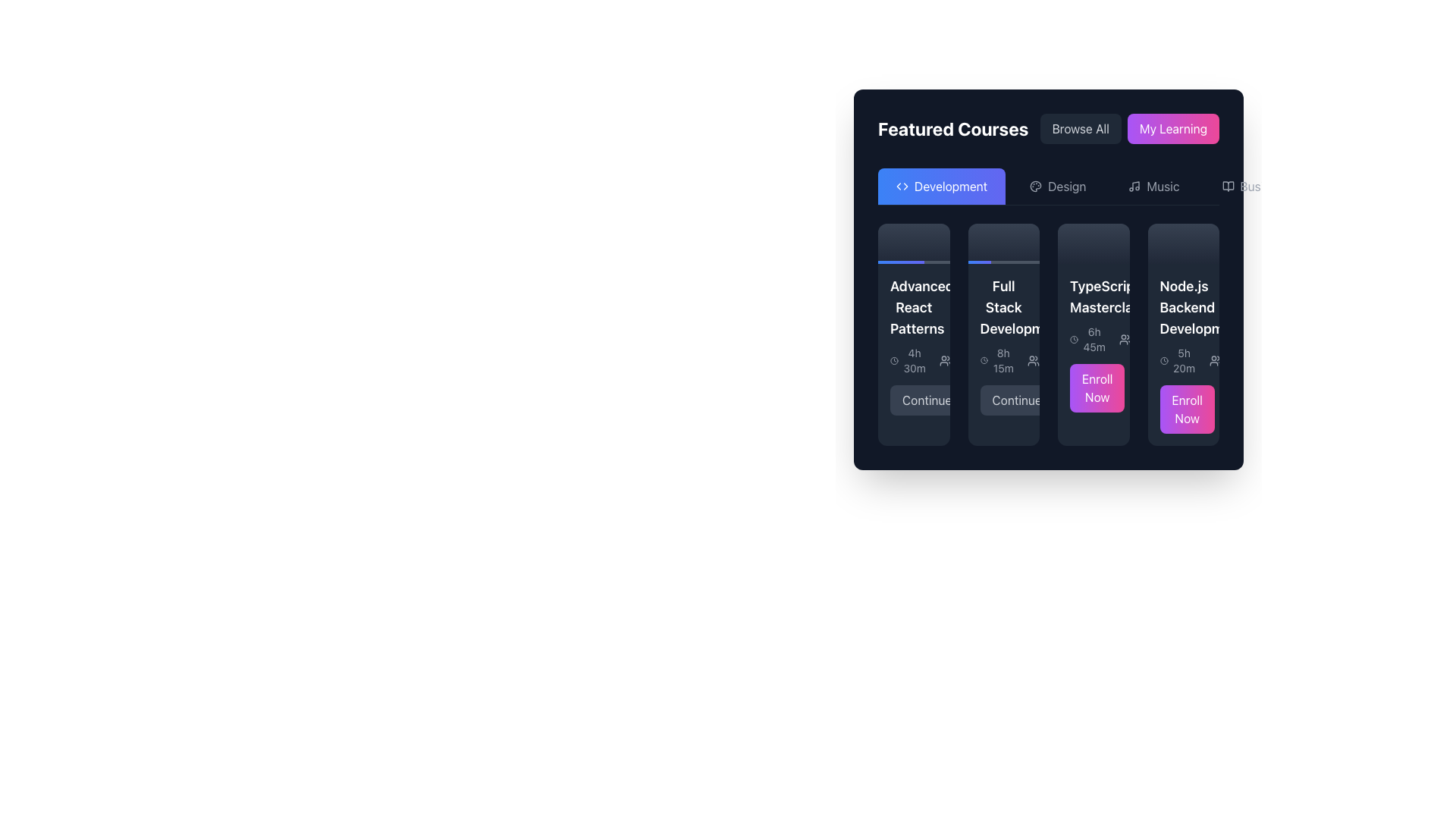 This screenshot has height=819, width=1456. Describe the element at coordinates (1003, 361) in the screenshot. I see `the text element displaying '8h 15m' with a clock icon to its left, located in the second item of the course cards list under 'Full Stack Development'` at that location.